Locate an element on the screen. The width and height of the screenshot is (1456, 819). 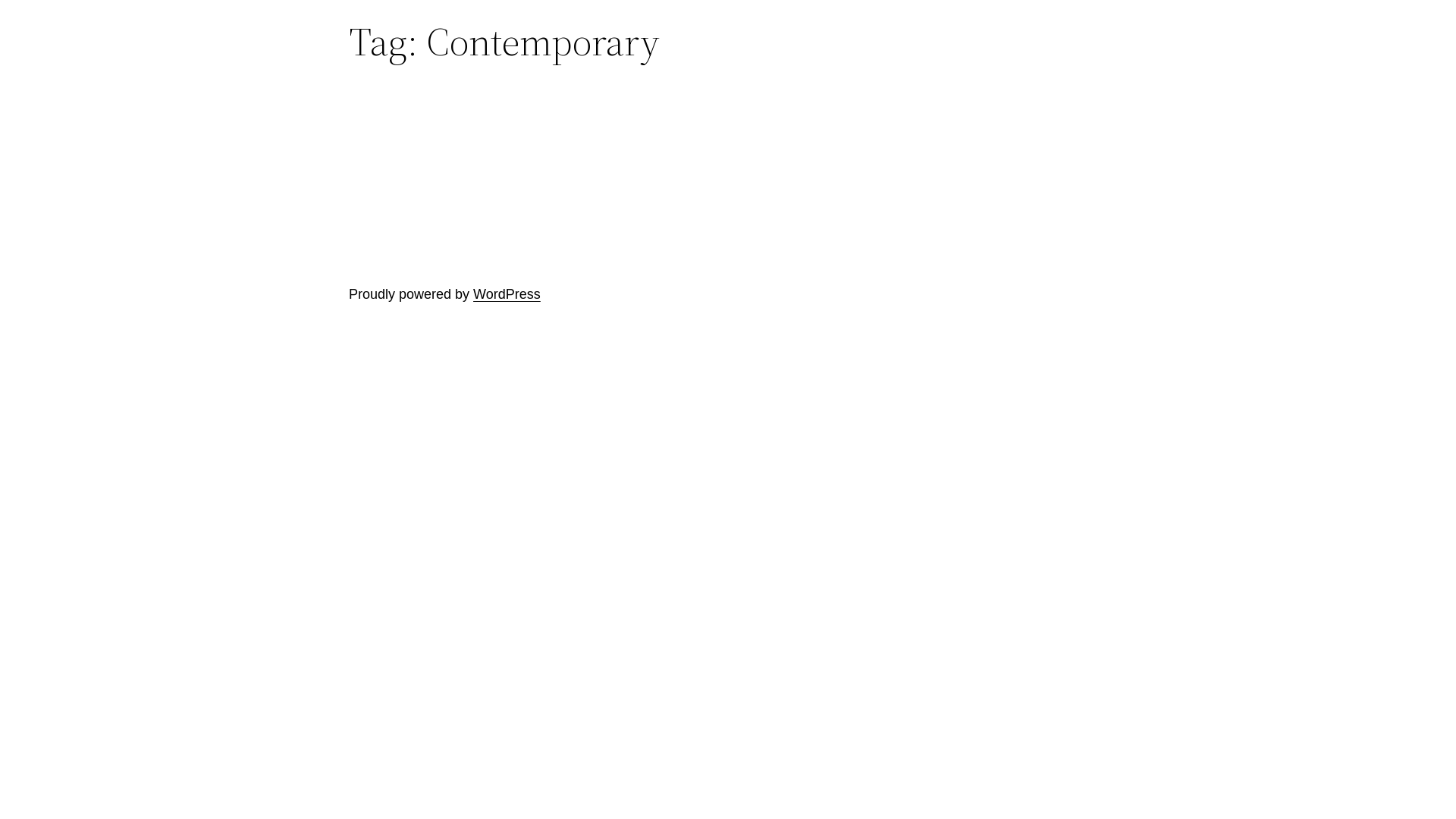
'WordPress' is located at coordinates (507, 294).